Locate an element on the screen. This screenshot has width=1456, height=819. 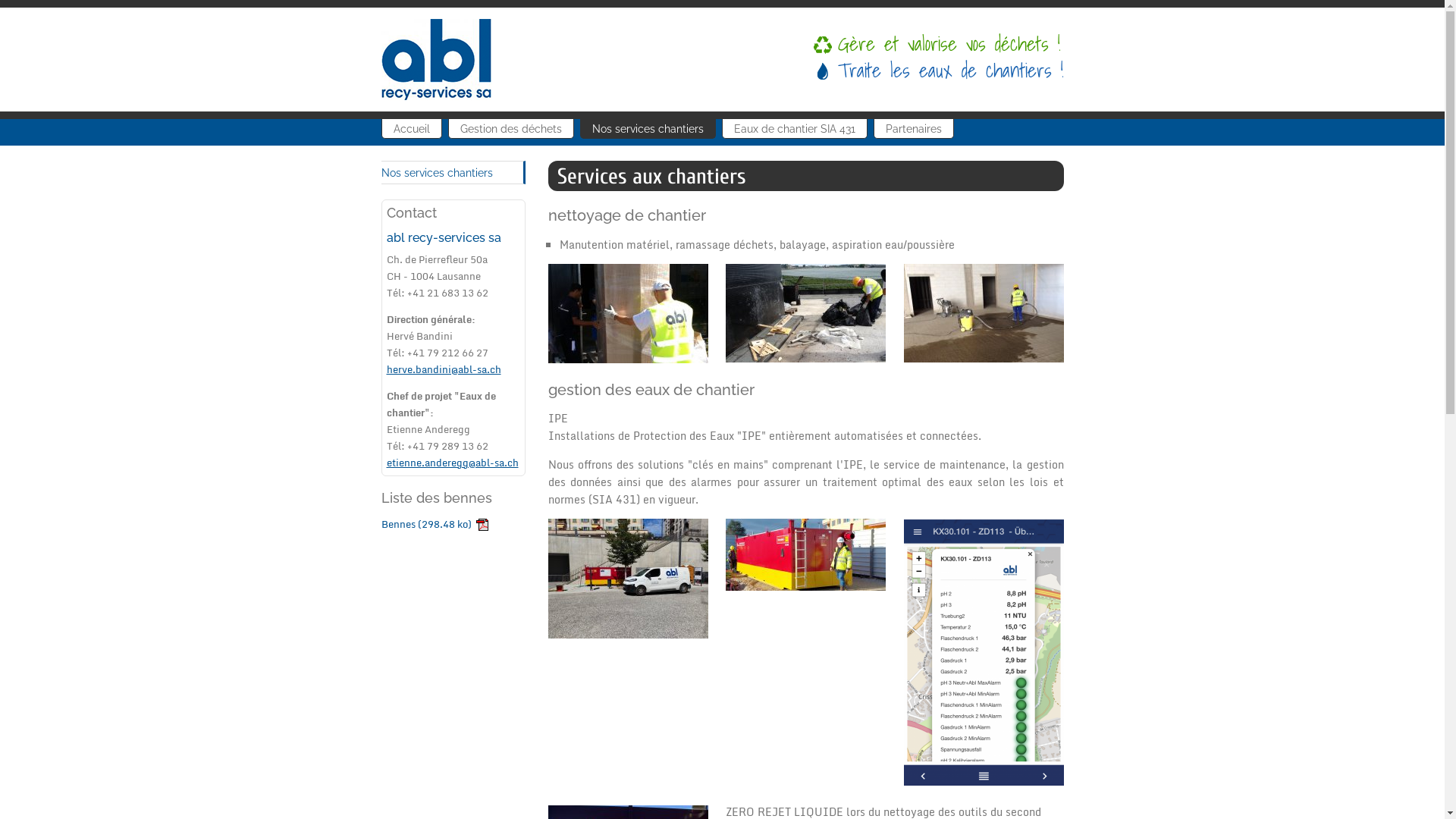
'Accueil' is located at coordinates (411, 127).